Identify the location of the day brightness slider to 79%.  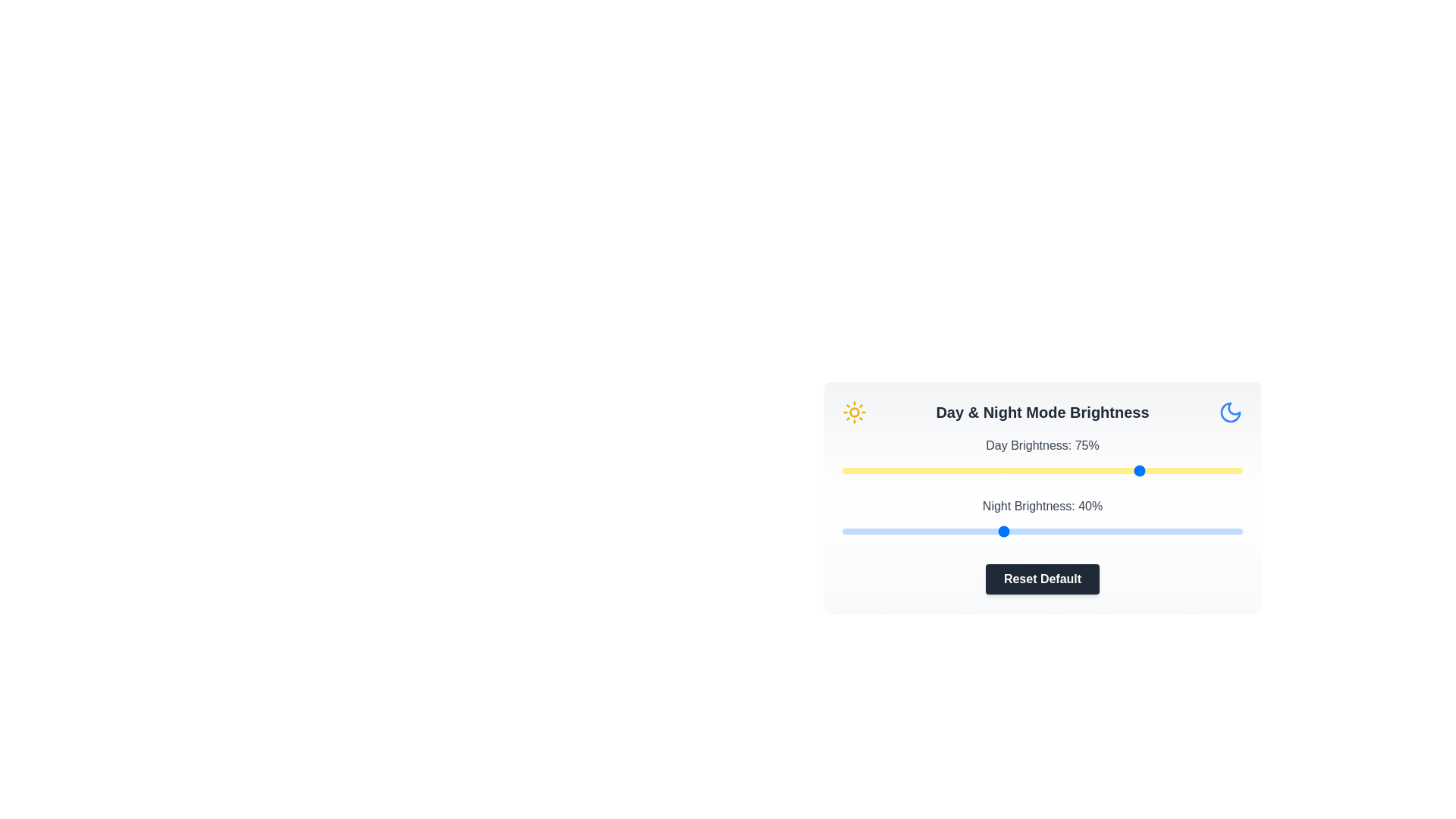
(1158, 470).